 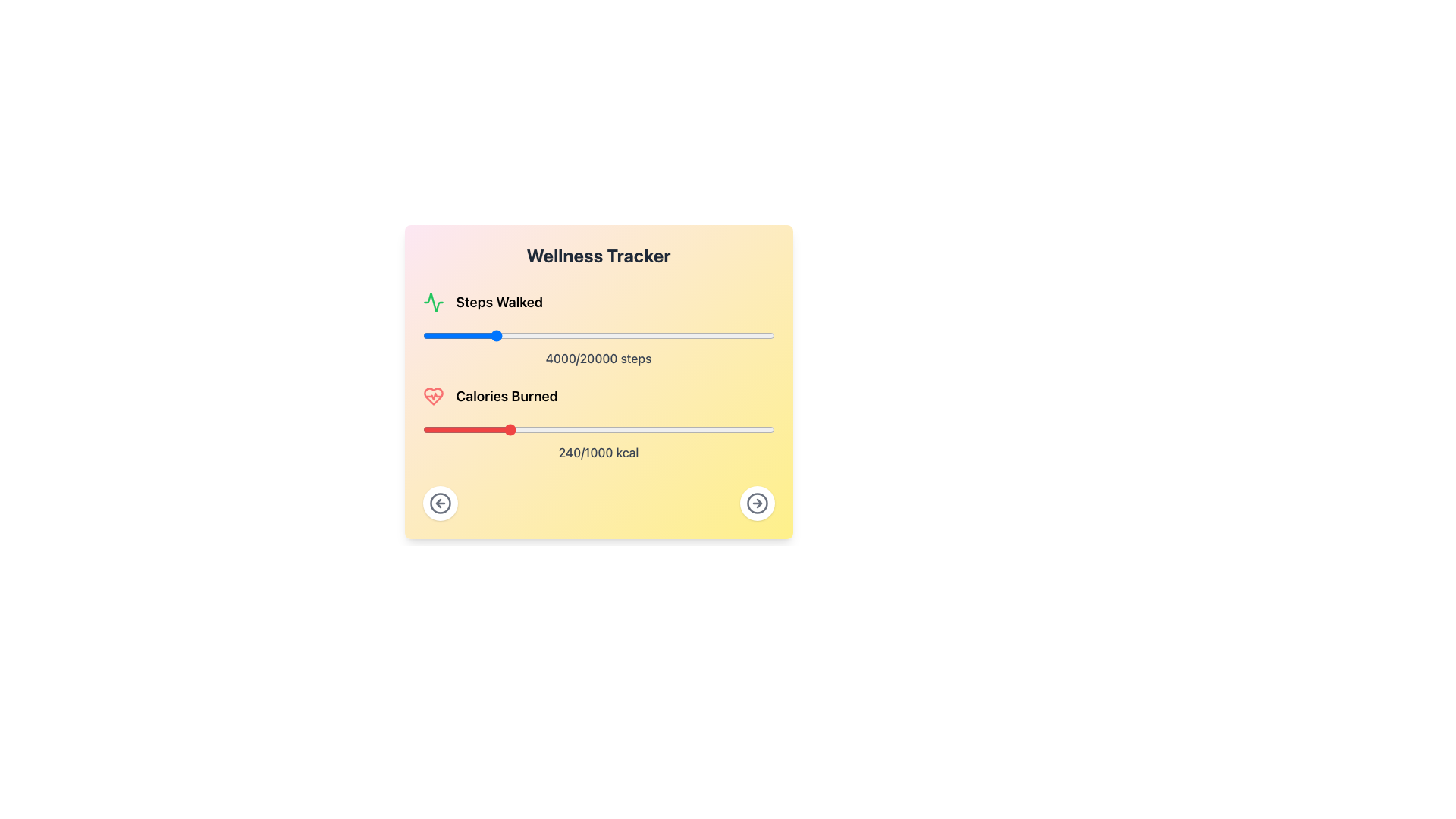 What do you see at coordinates (598, 254) in the screenshot?
I see `the 'Wellness Tracker' text label, which is a bold, large header centered at the top of the card component` at bounding box center [598, 254].